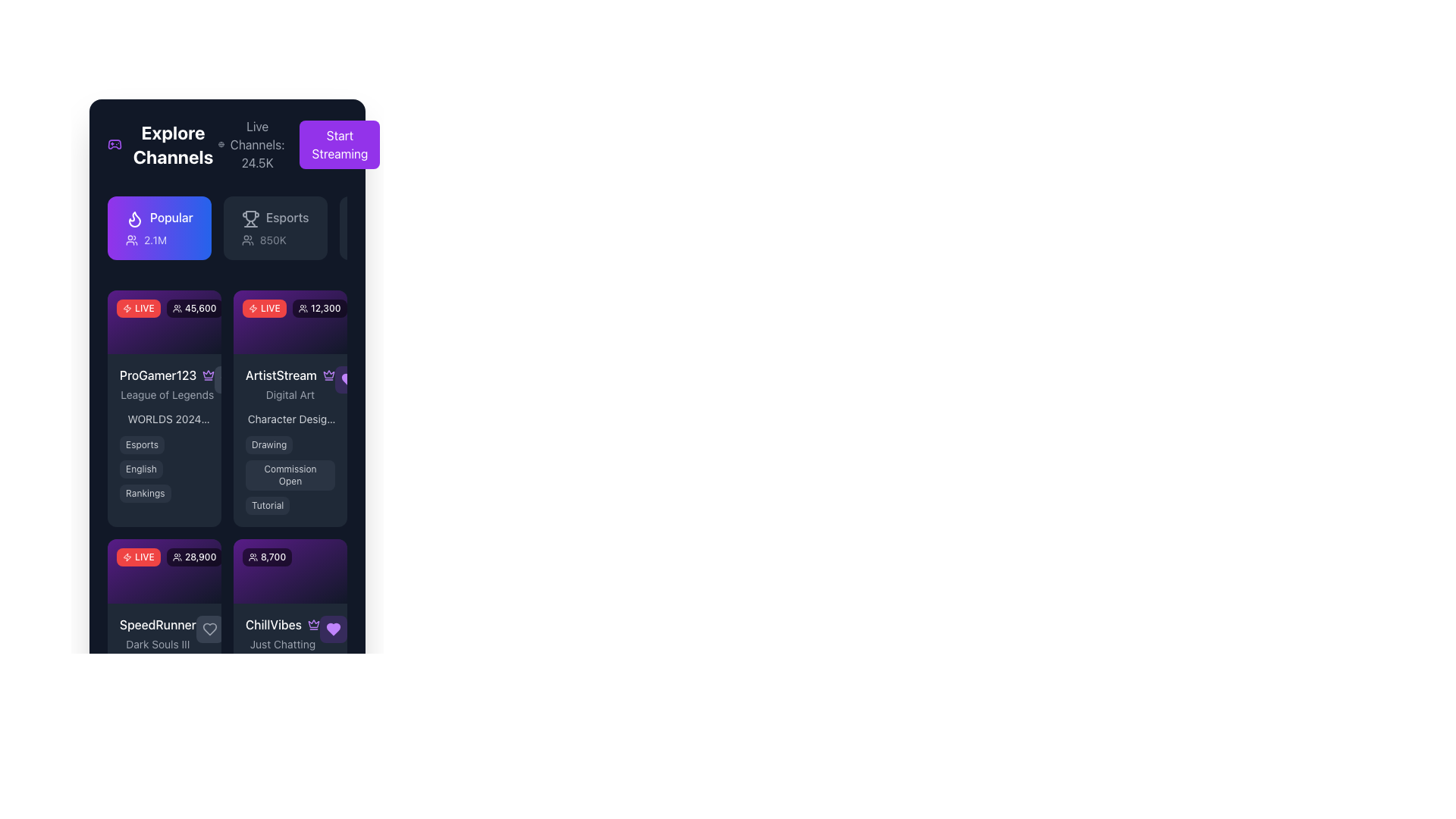 The width and height of the screenshot is (1456, 819). What do you see at coordinates (208, 374) in the screenshot?
I see `the status icon representing premium features associated with the 'ArtistStream' content, located next to the channel name` at bounding box center [208, 374].